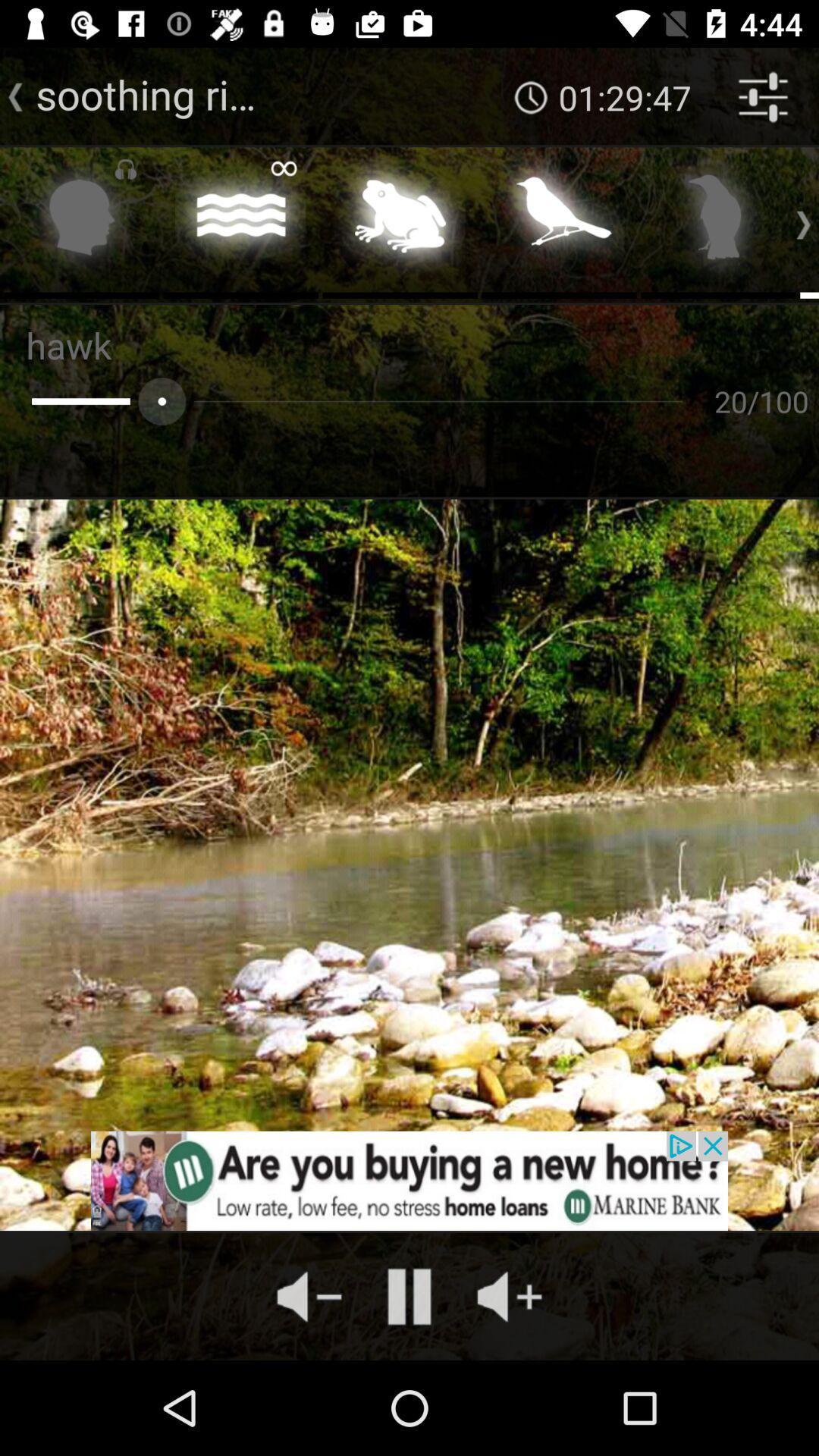  Describe the element at coordinates (509, 1295) in the screenshot. I see `the volume icon` at that location.